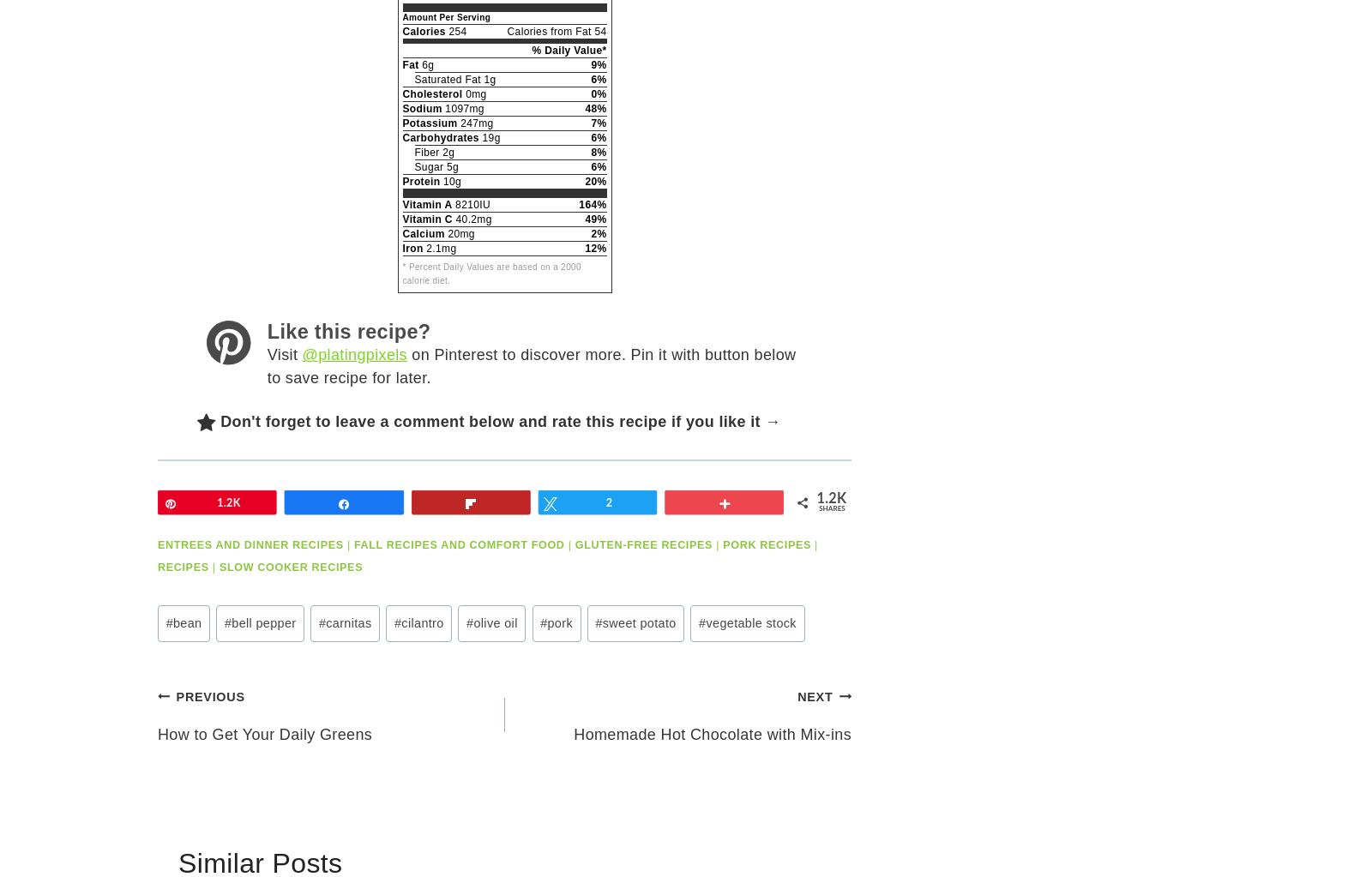 This screenshot has width=1372, height=877. I want to click on 'Saturated Fat 1g', so click(454, 79).